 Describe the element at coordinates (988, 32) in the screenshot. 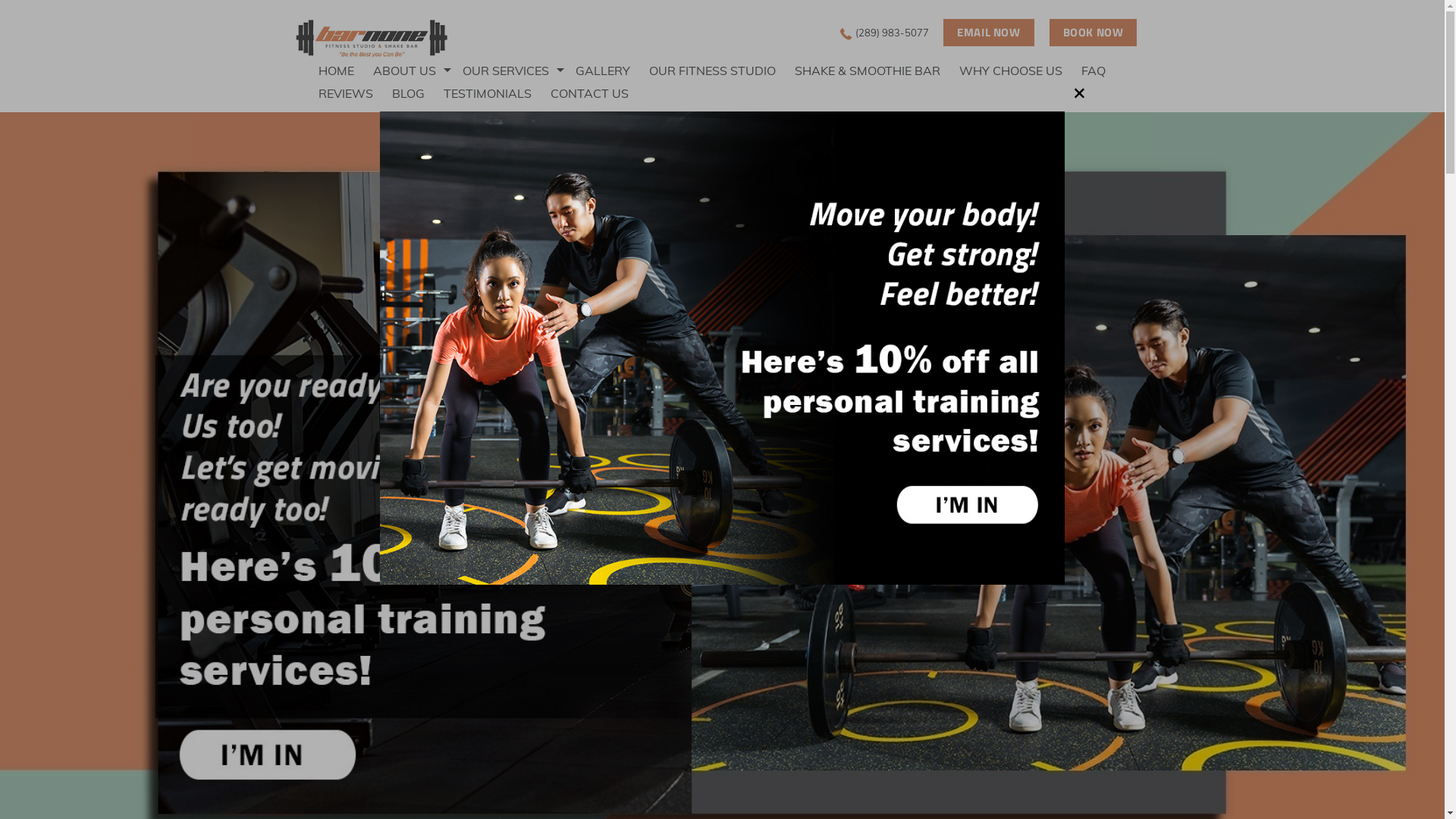

I see `'EMAIL NOW'` at that location.